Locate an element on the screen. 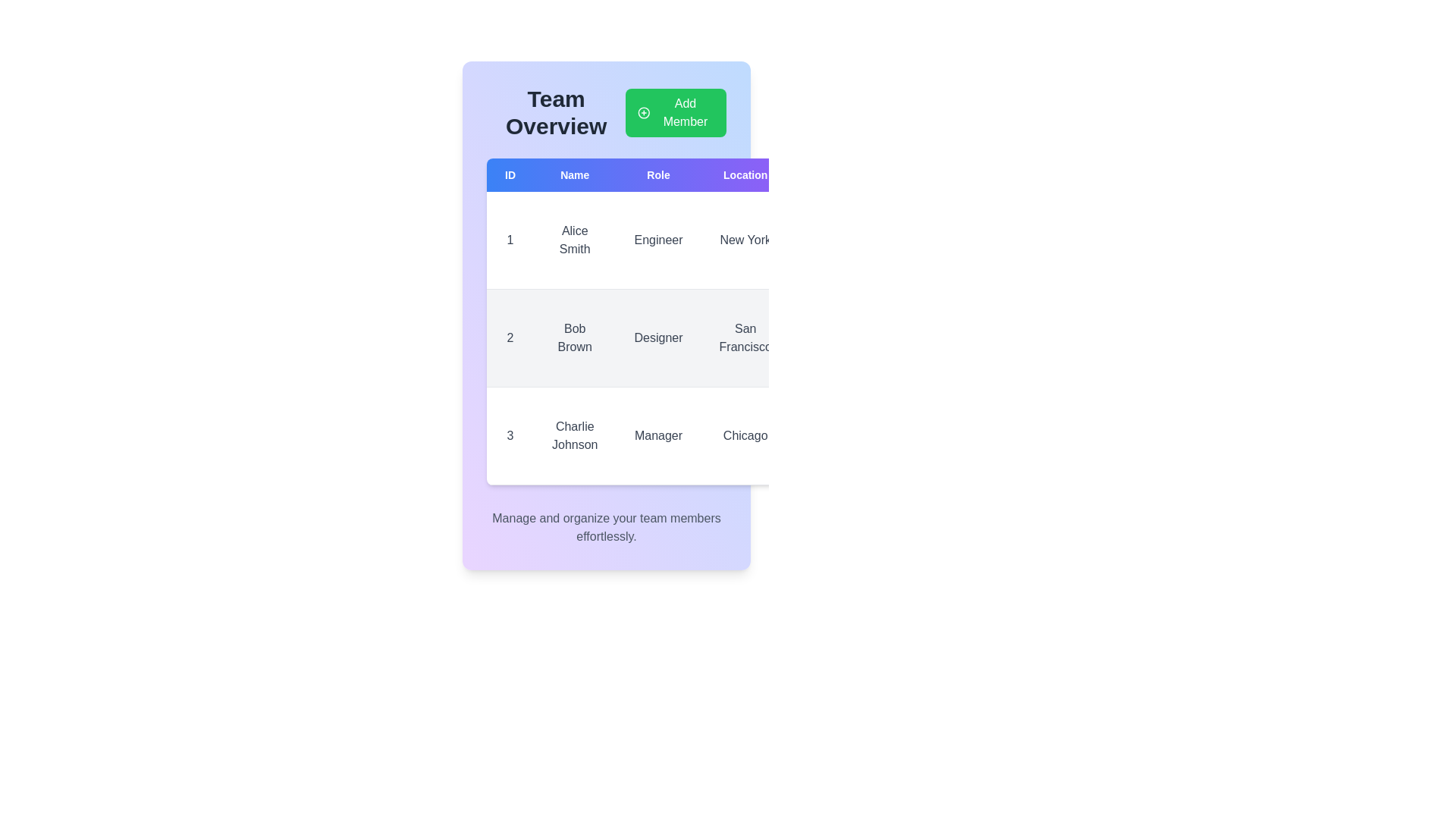  the first row of the table displaying information about 'Alice Smith', an Engineer from New York is located at coordinates (675, 240).